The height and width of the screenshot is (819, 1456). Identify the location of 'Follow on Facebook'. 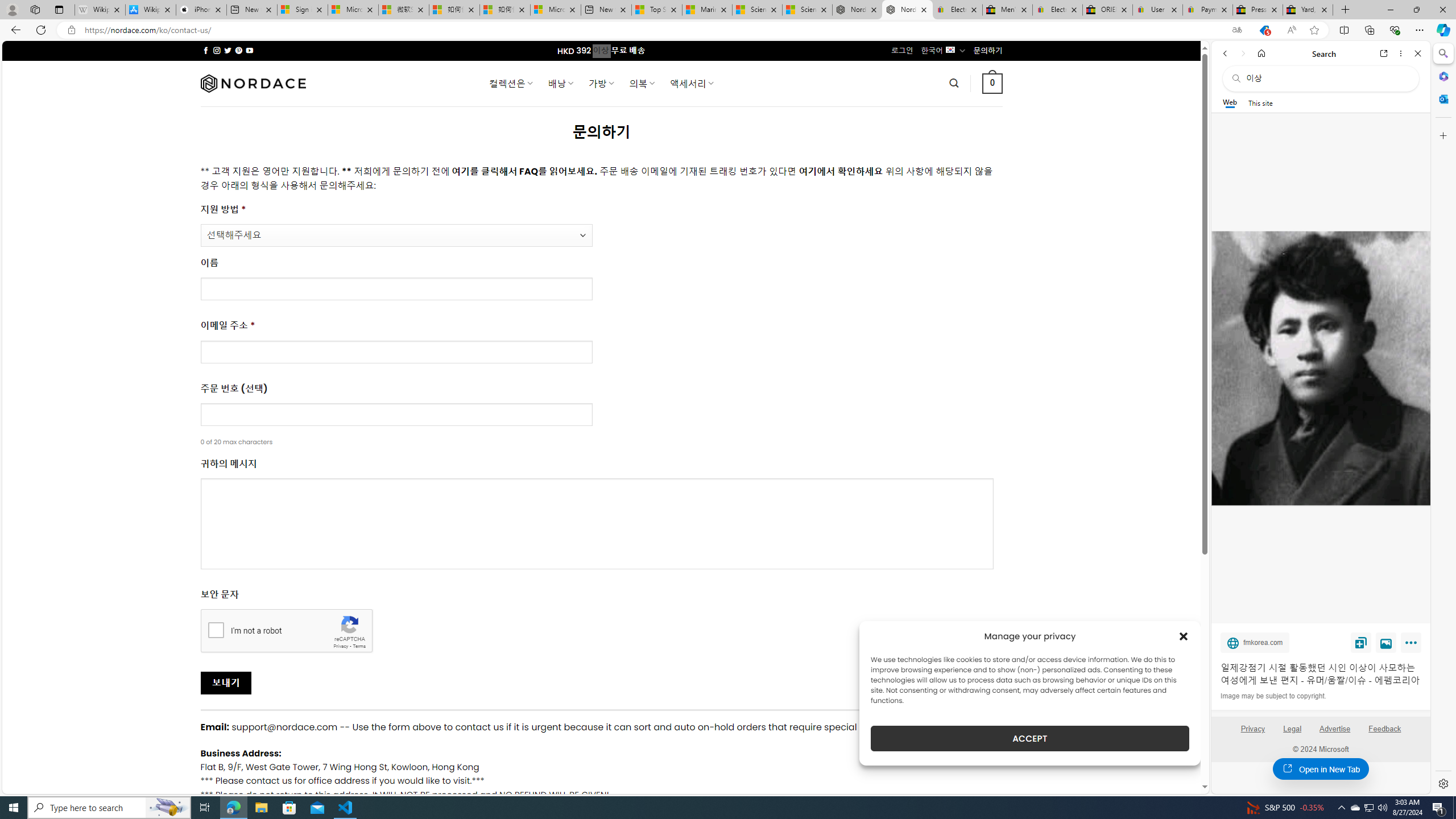
(206, 50).